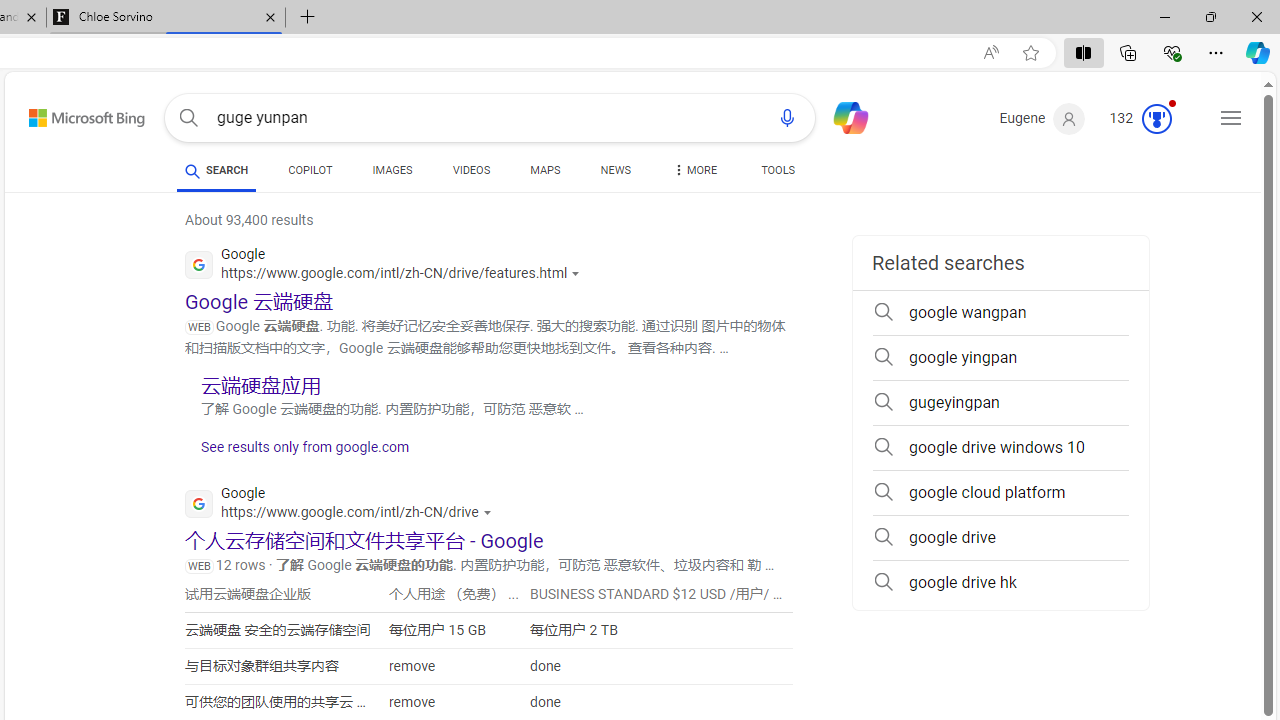 The height and width of the screenshot is (720, 1280). Describe the element at coordinates (188, 118) in the screenshot. I see `'Search button'` at that location.